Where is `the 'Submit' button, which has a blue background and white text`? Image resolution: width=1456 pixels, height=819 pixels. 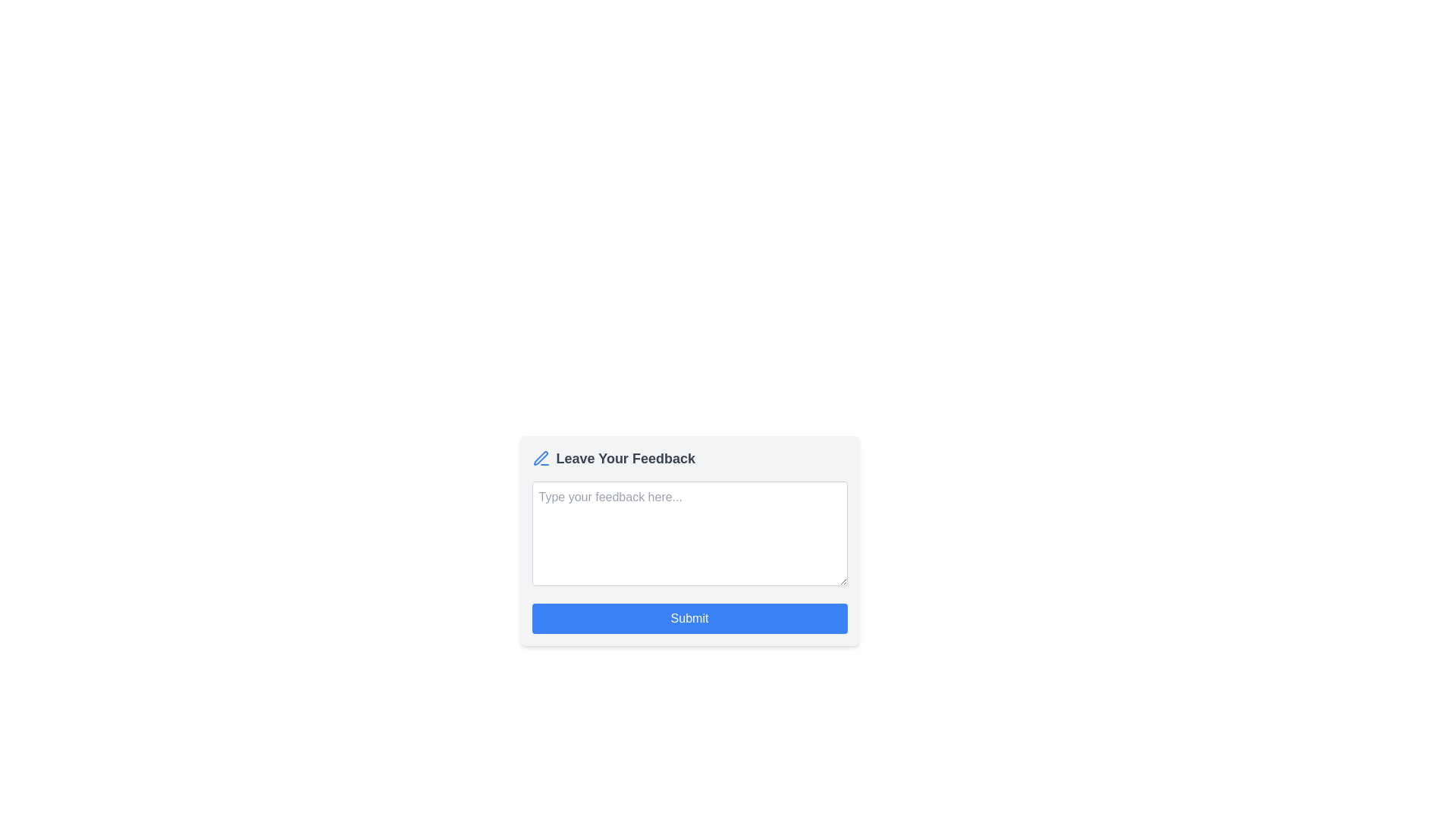
the 'Submit' button, which has a blue background and white text is located at coordinates (689, 619).